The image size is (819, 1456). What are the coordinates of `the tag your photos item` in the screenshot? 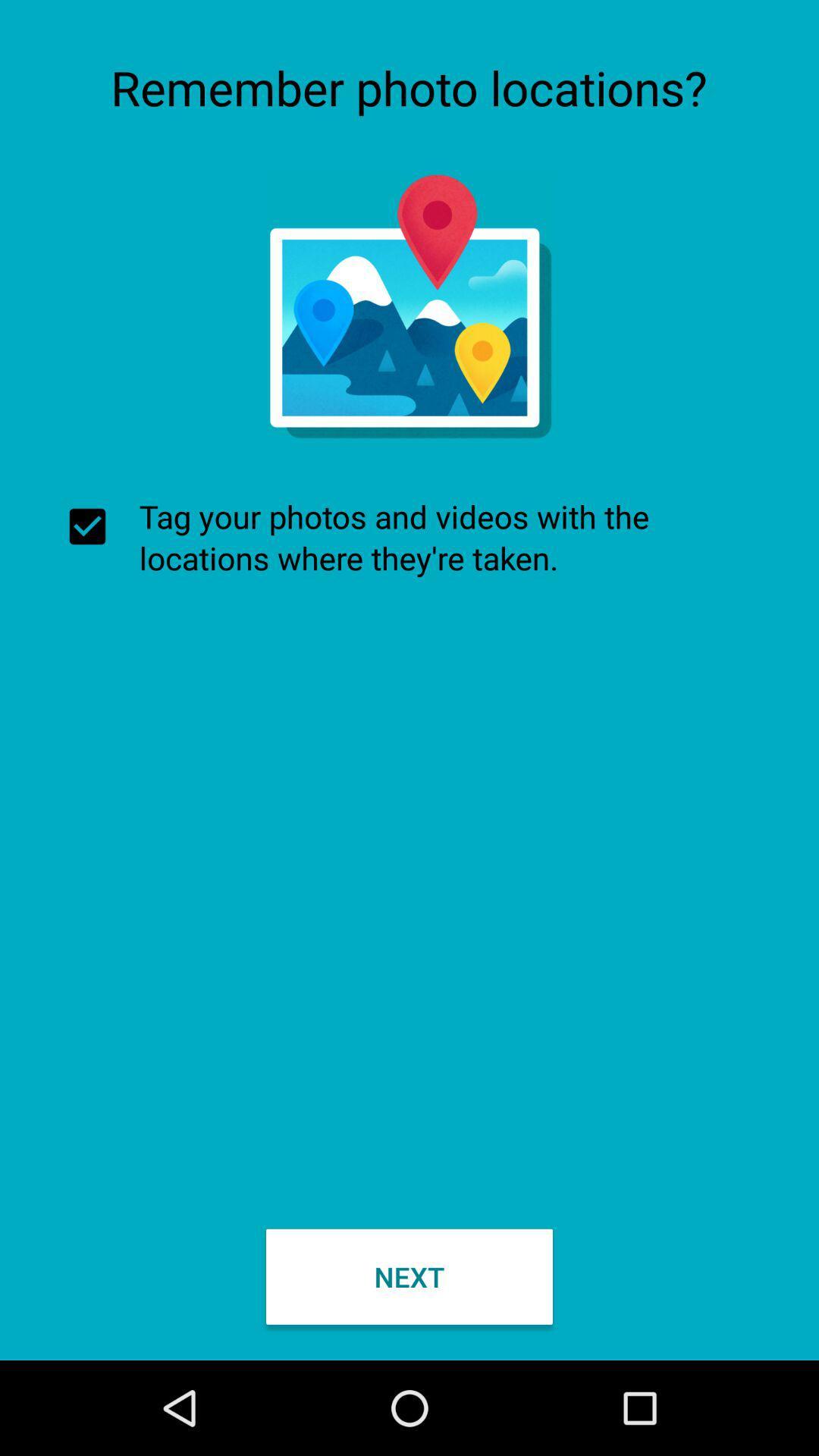 It's located at (409, 537).